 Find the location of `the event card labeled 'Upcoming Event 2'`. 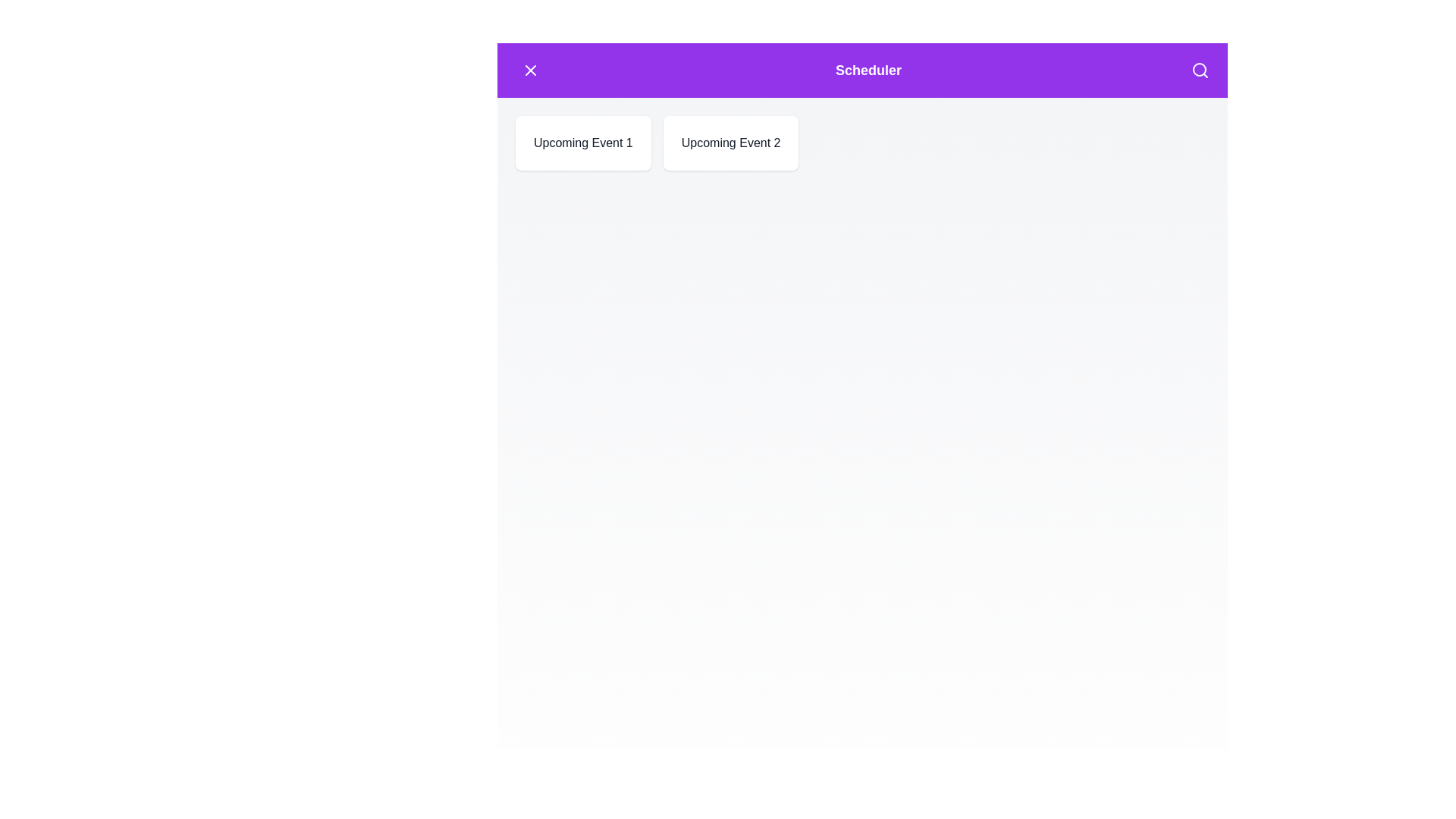

the event card labeled 'Upcoming Event 2' is located at coordinates (731, 143).